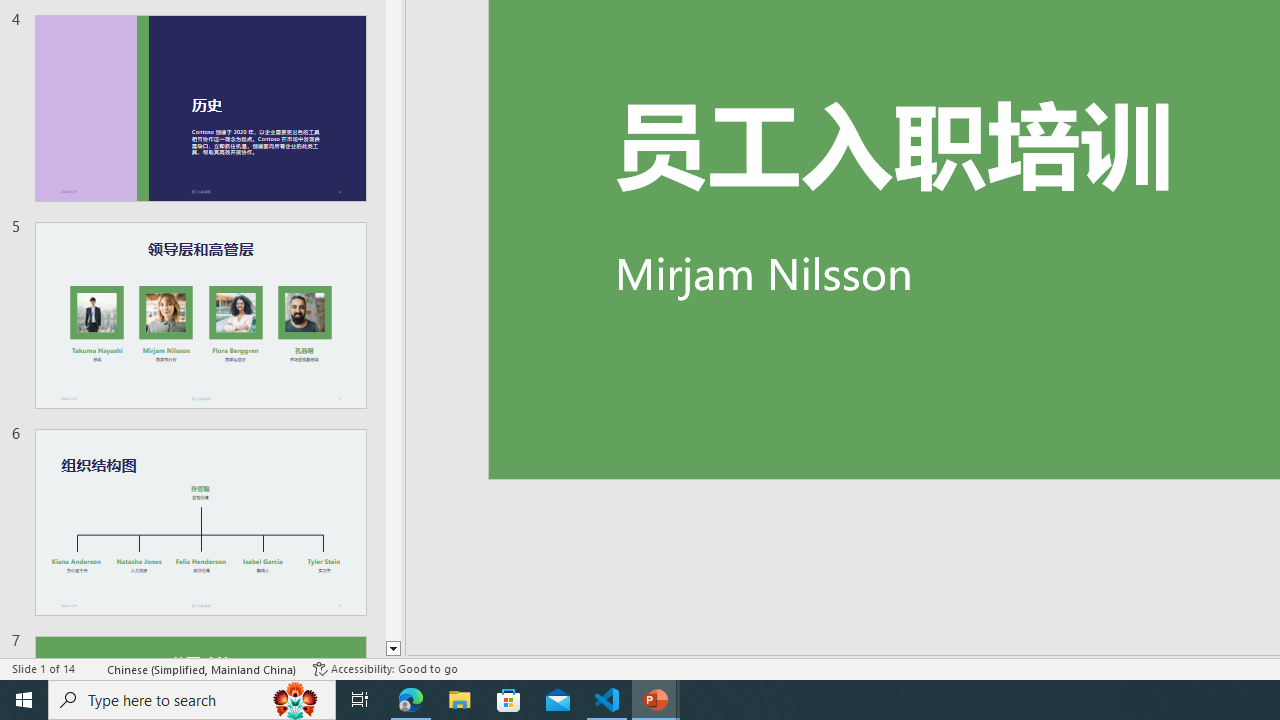 Image resolution: width=1280 pixels, height=720 pixels. Describe the element at coordinates (91, 669) in the screenshot. I see `'Spell Check '` at that location.